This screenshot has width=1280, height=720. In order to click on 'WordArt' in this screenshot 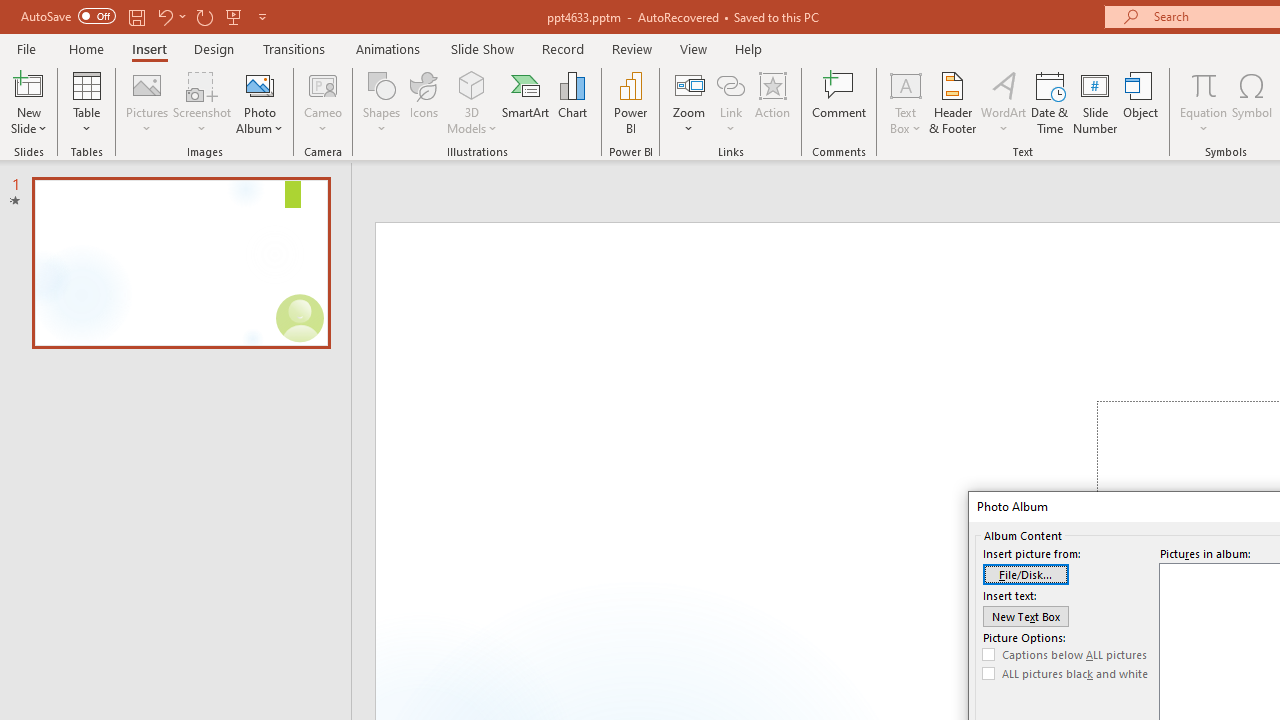, I will do `click(1004, 103)`.